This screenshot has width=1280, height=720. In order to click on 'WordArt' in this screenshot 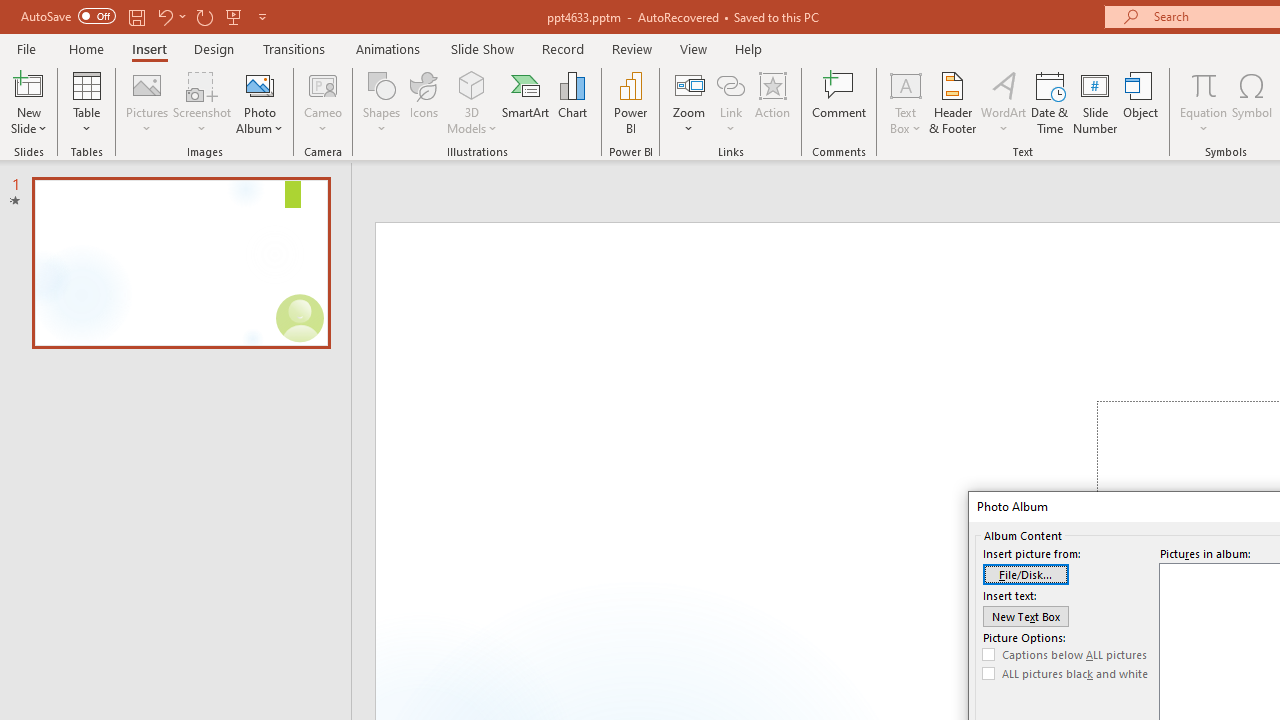, I will do `click(1004, 103)`.